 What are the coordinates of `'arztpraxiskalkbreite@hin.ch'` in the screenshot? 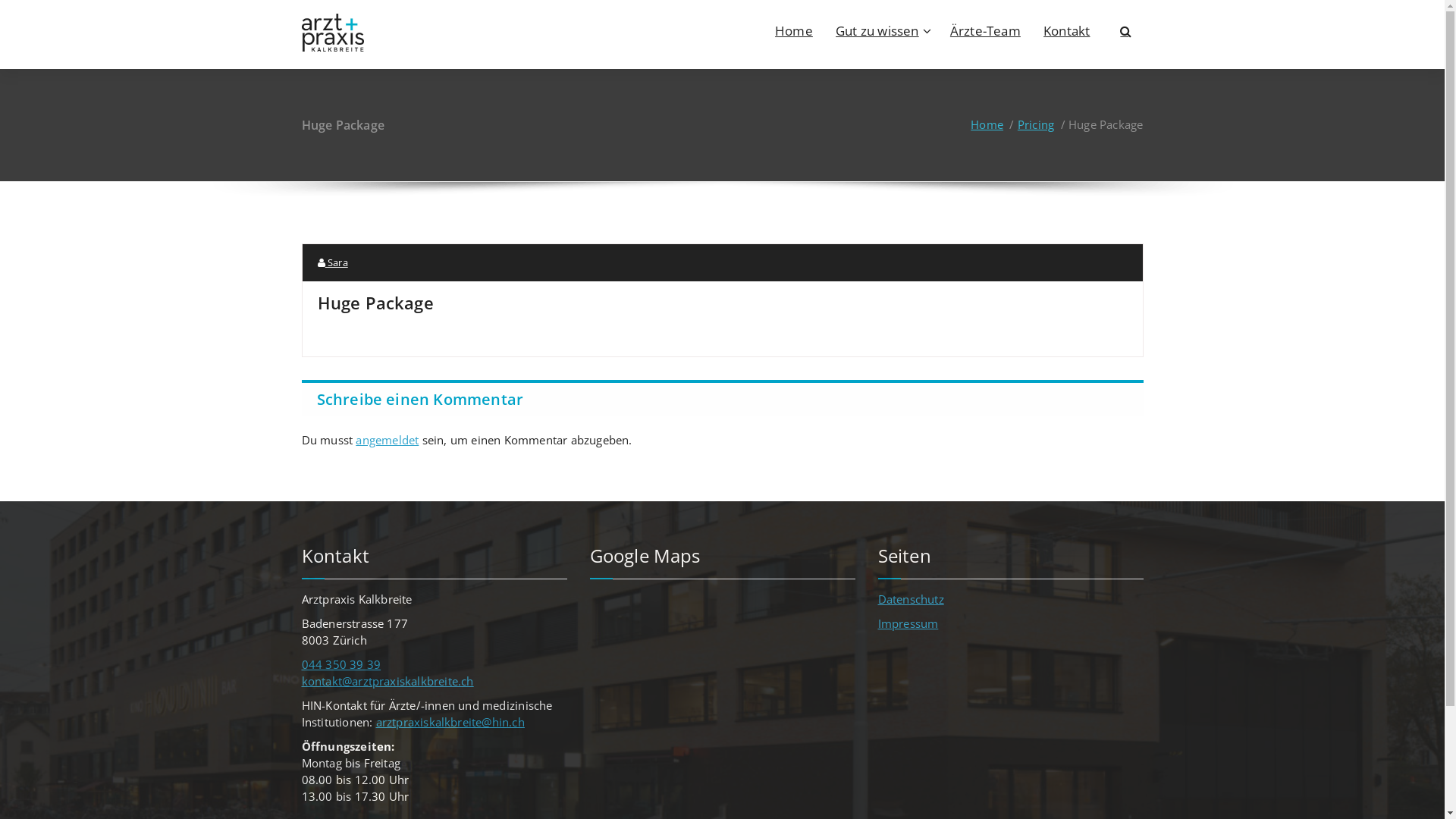 It's located at (450, 721).